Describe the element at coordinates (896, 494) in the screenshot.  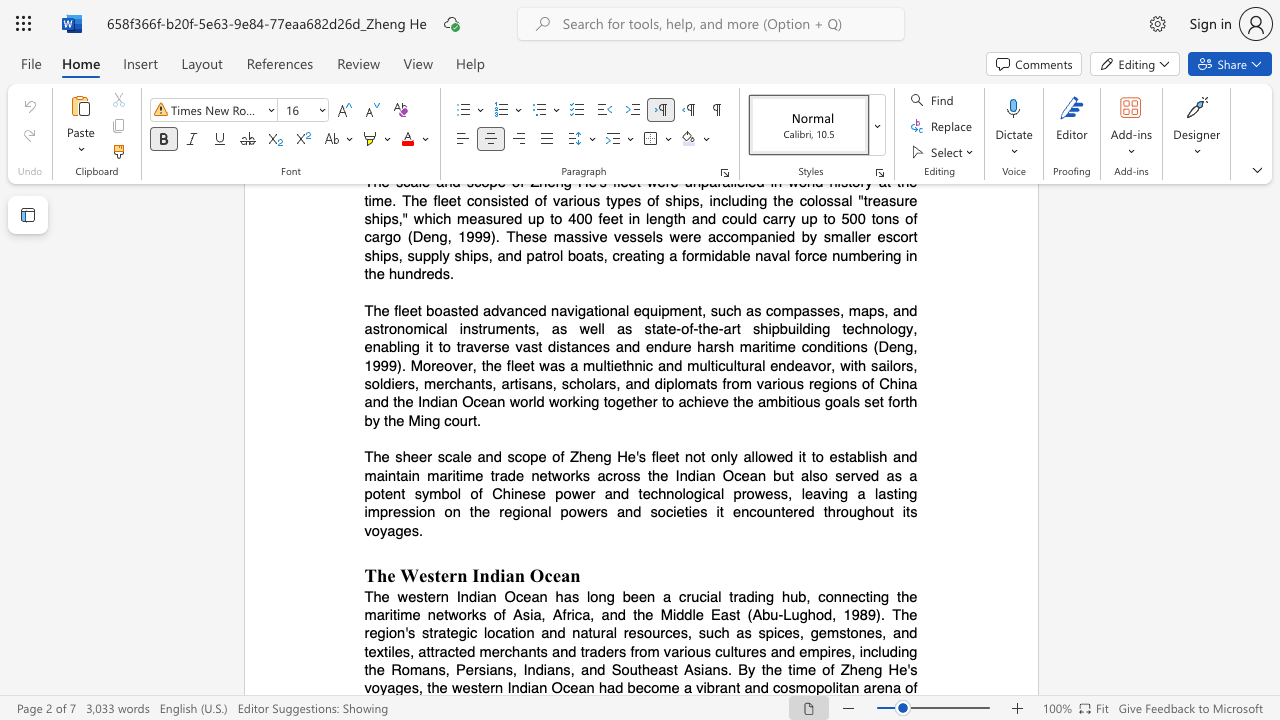
I see `the subset text "ing impress" within the text "a lasting impression"` at that location.